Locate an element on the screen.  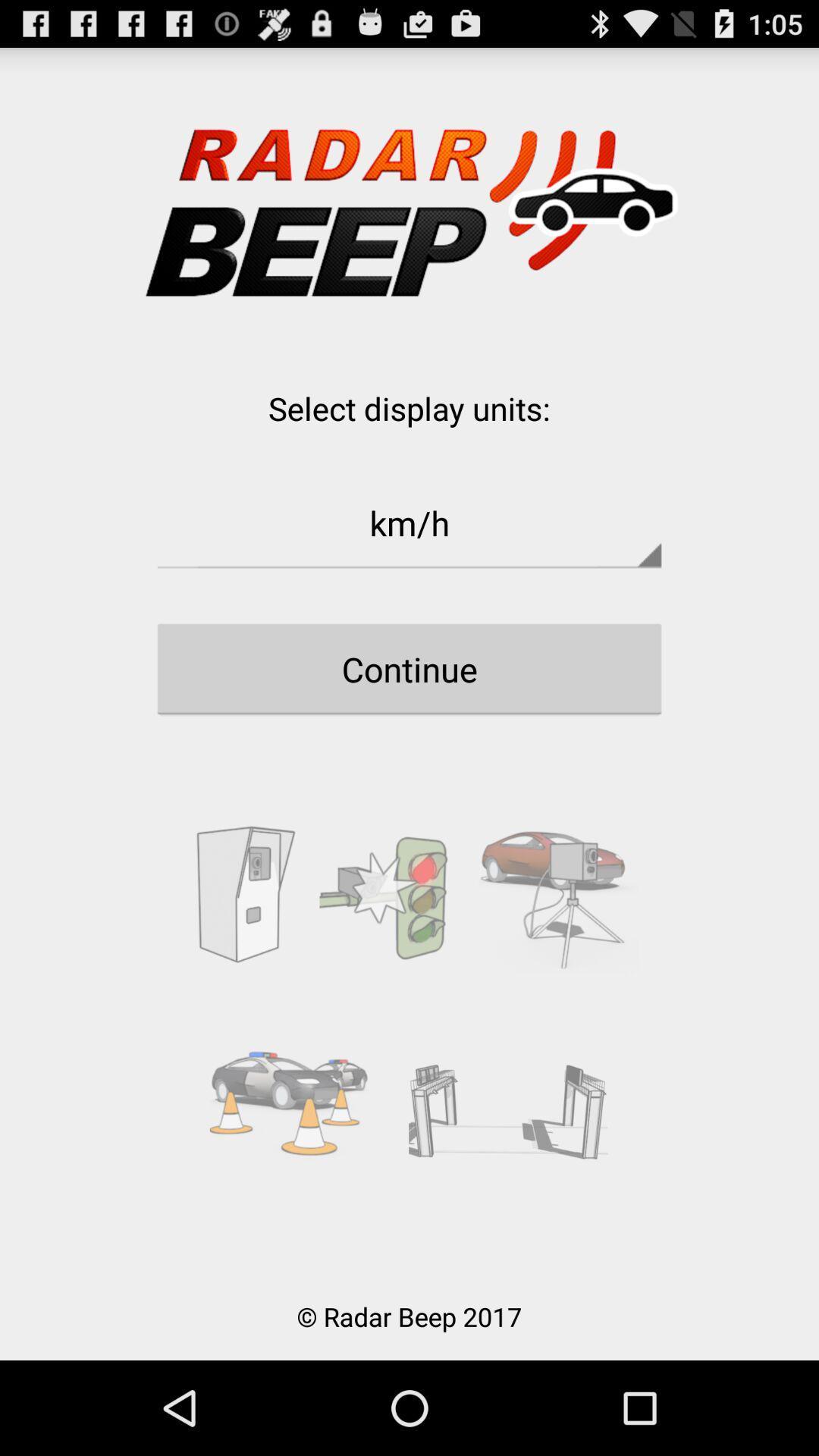
the button below the km/h is located at coordinates (409, 668).